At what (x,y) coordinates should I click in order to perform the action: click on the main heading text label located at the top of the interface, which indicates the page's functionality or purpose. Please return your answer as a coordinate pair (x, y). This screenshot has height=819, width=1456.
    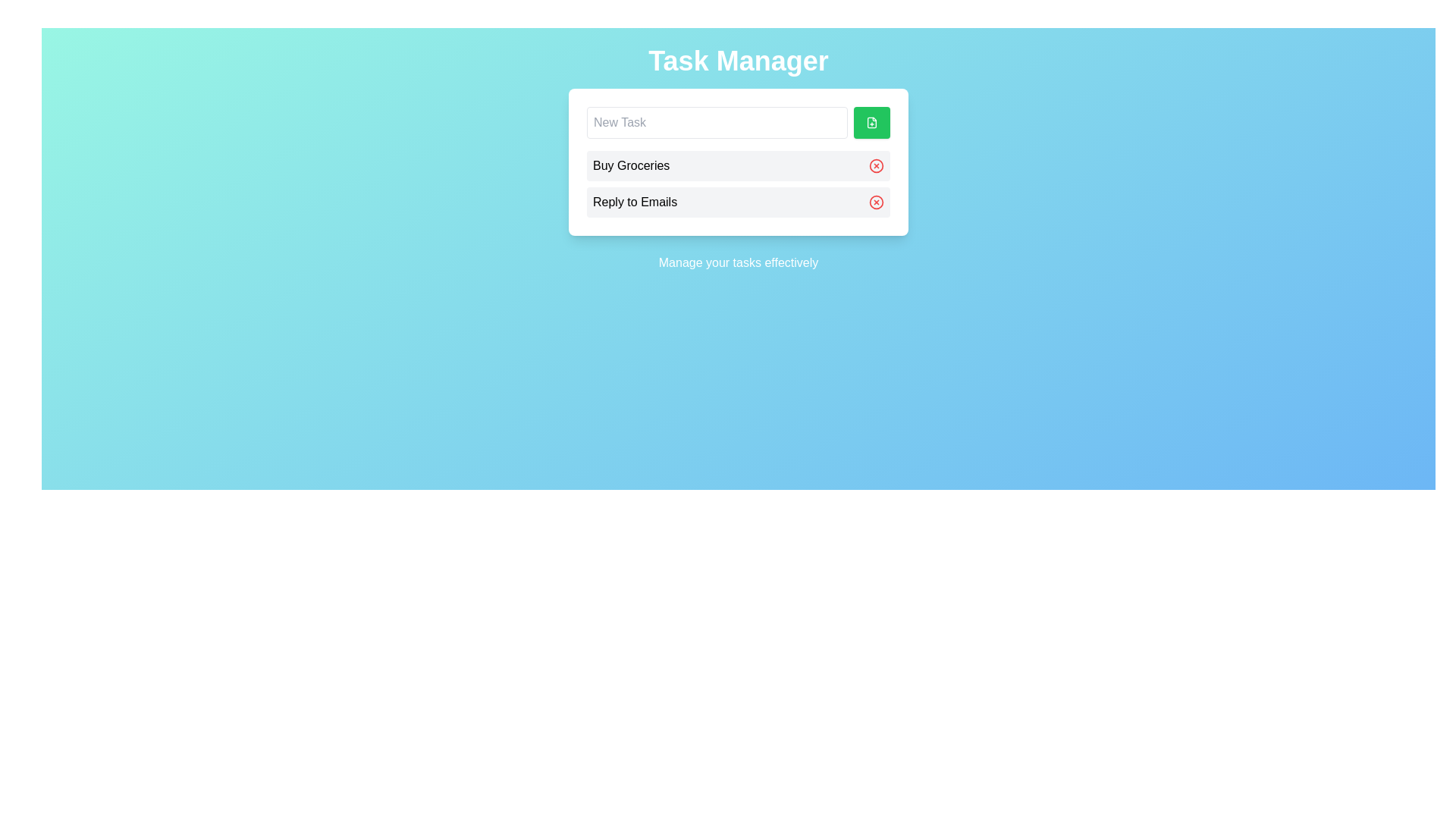
    Looking at the image, I should click on (739, 61).